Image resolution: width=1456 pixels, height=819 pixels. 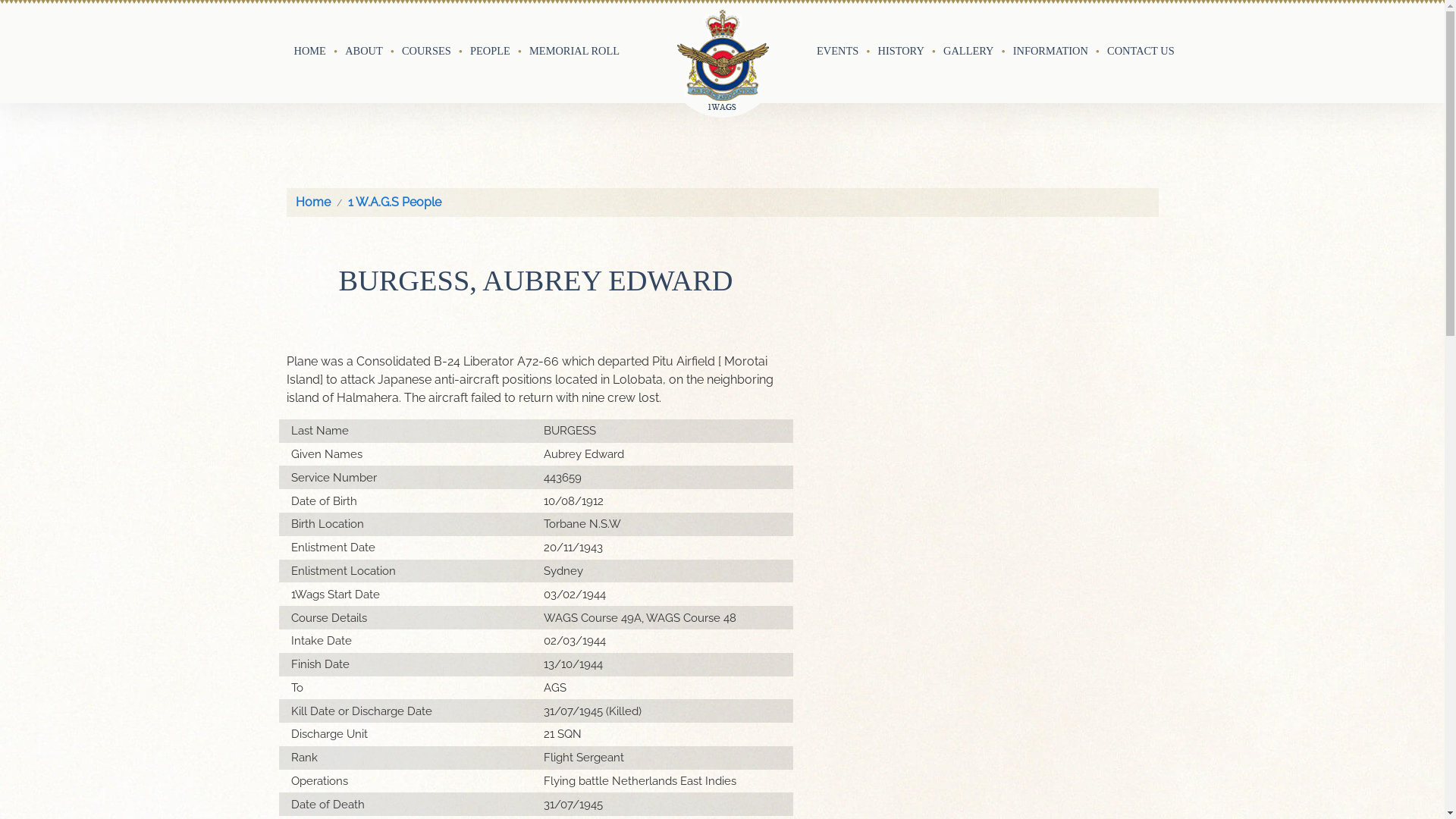 What do you see at coordinates (425, 50) in the screenshot?
I see `'COURSES'` at bounding box center [425, 50].